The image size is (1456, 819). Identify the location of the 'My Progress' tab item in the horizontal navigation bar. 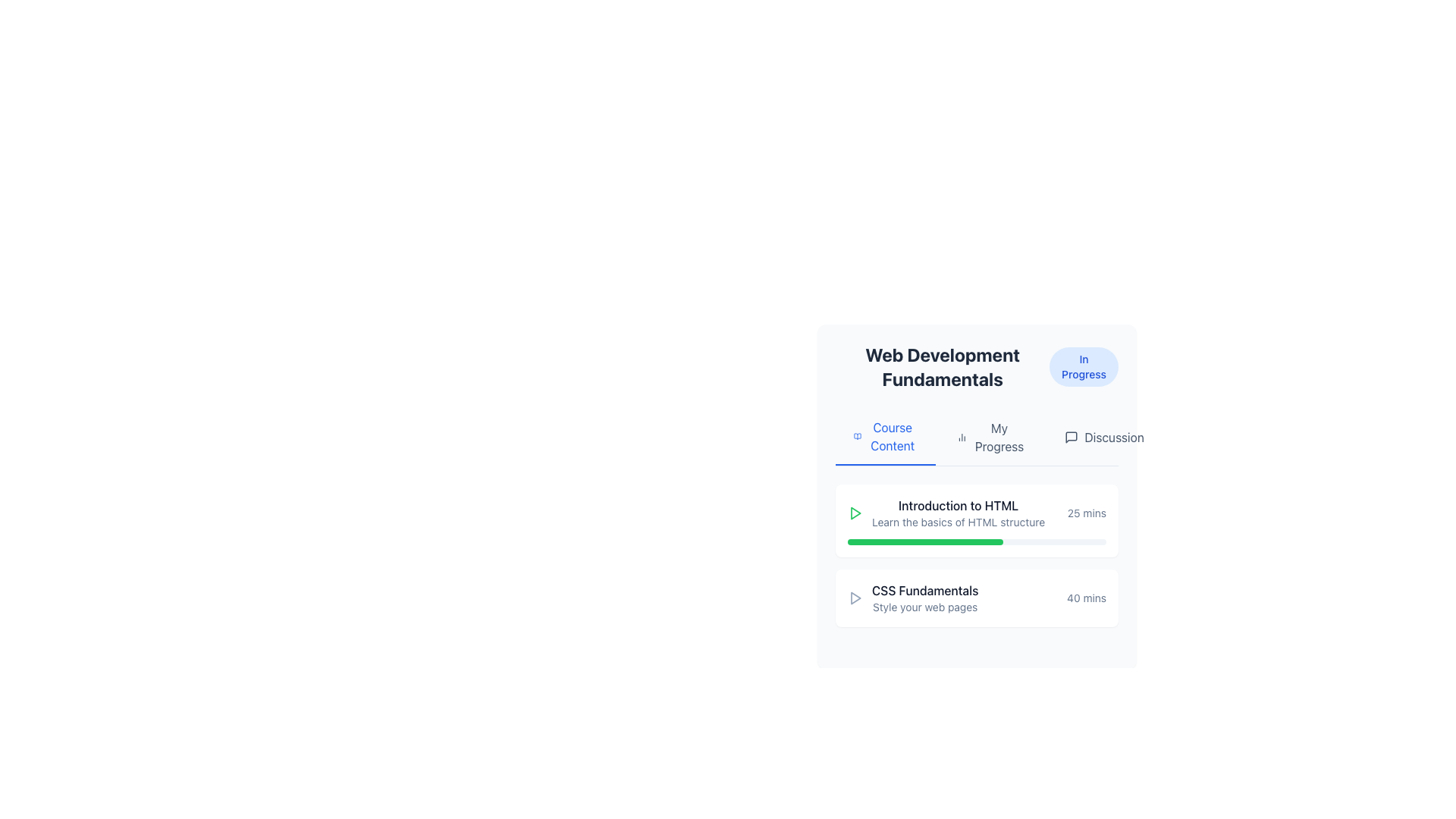
(977, 438).